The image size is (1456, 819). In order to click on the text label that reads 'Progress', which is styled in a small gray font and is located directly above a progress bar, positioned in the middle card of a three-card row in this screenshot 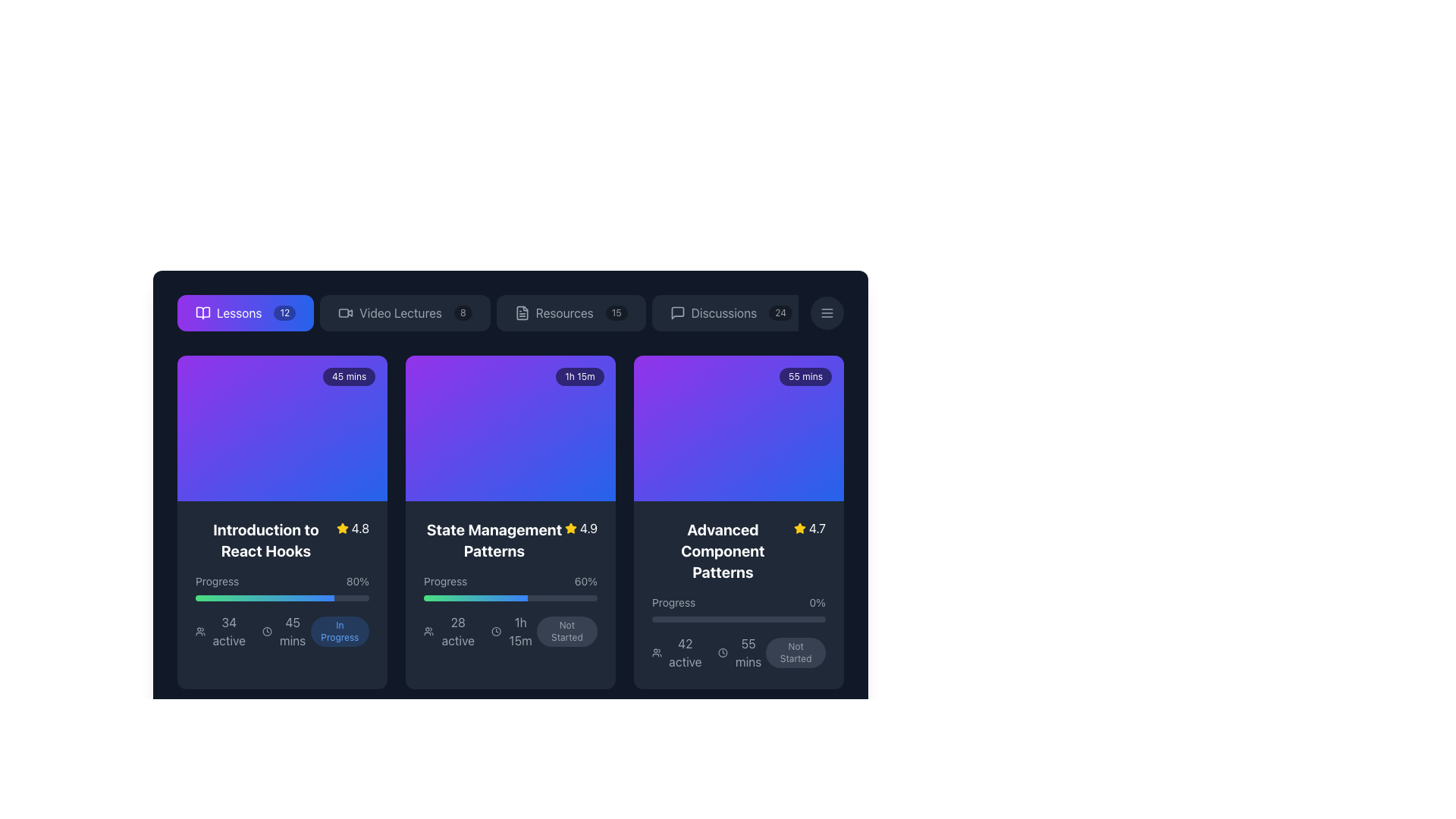, I will do `click(444, 581)`.